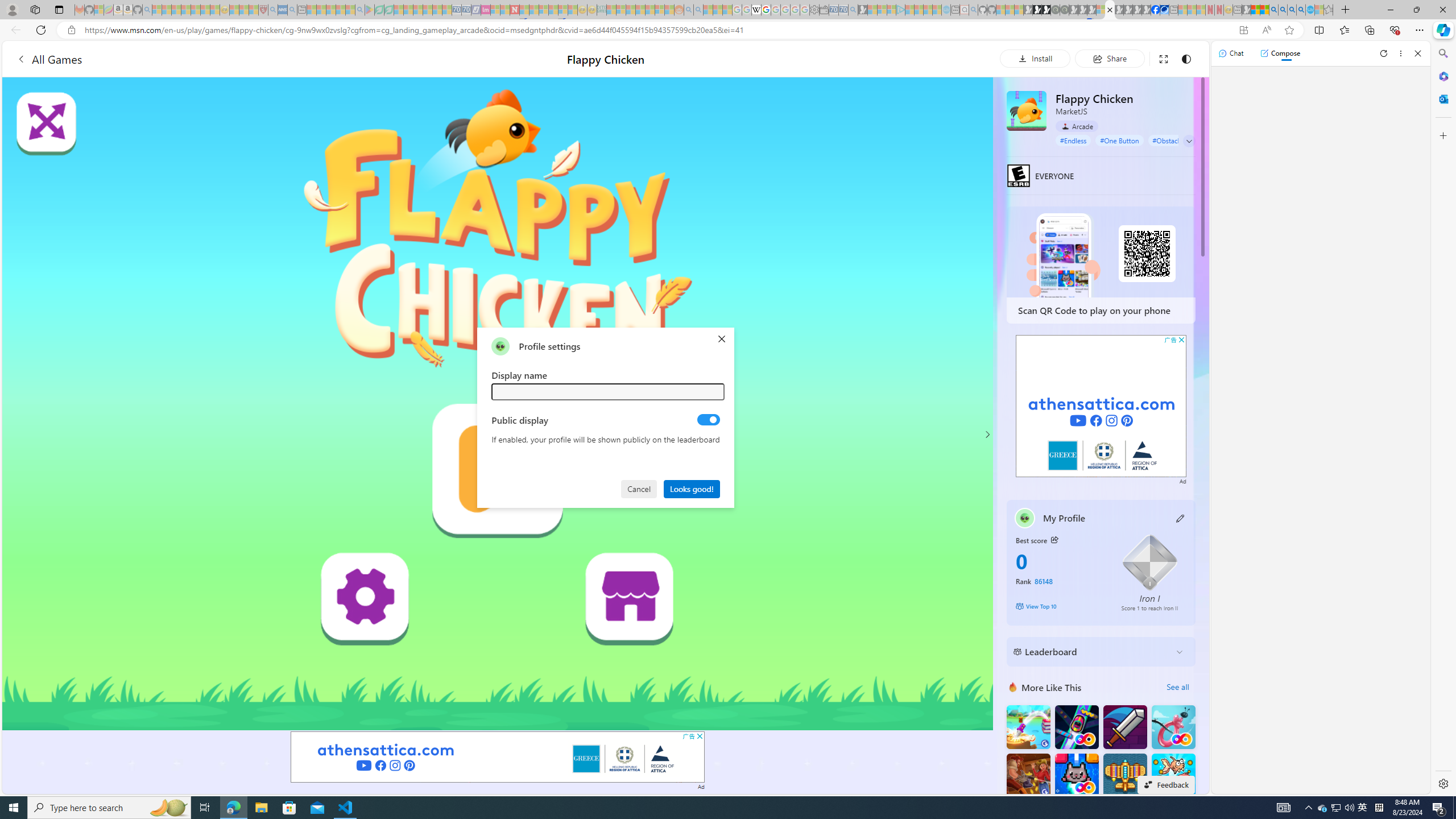 Image resolution: width=1456 pixels, height=819 pixels. Describe the element at coordinates (1280, 52) in the screenshot. I see `'Compose'` at that location.